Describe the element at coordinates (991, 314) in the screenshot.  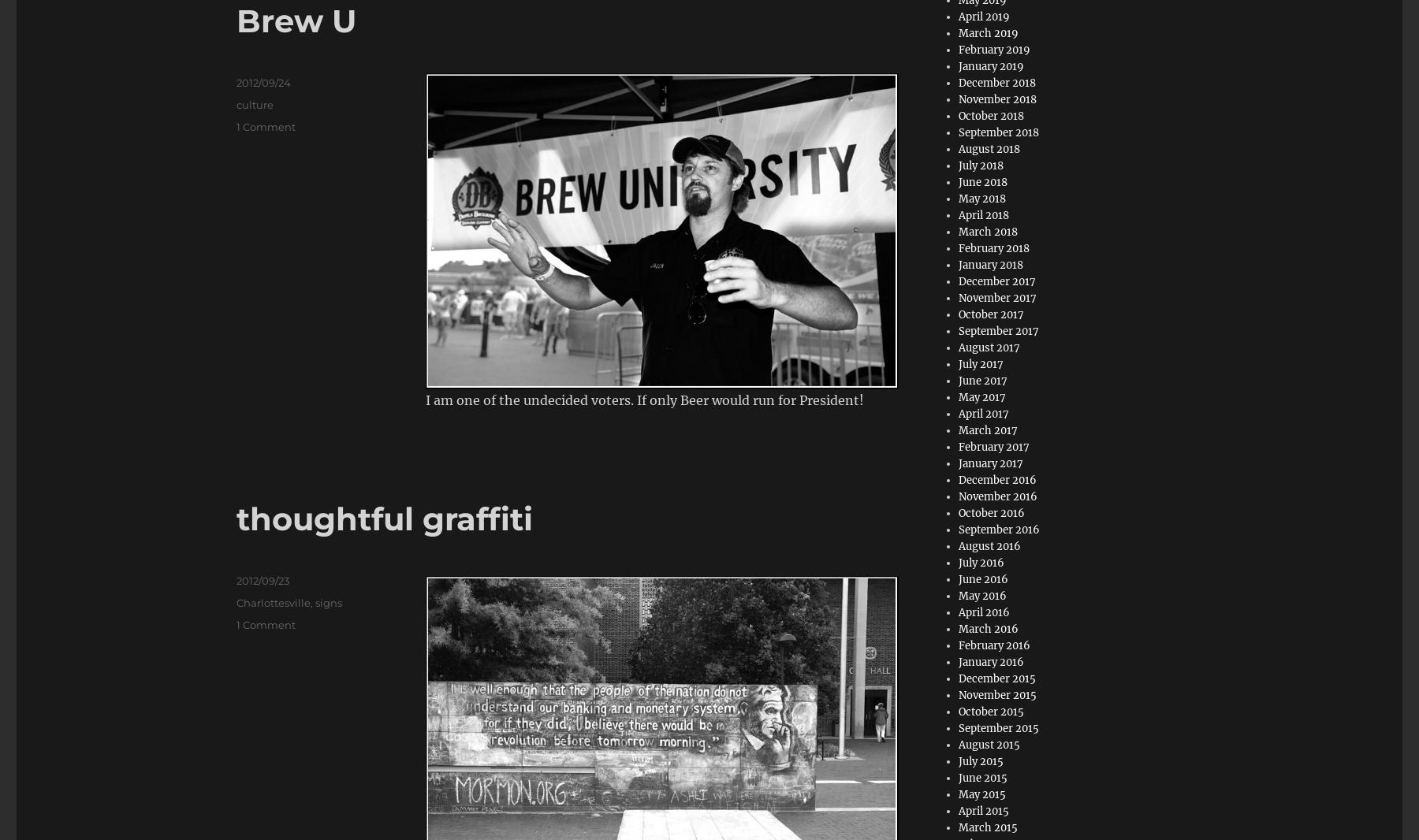
I see `'October 2017'` at that location.